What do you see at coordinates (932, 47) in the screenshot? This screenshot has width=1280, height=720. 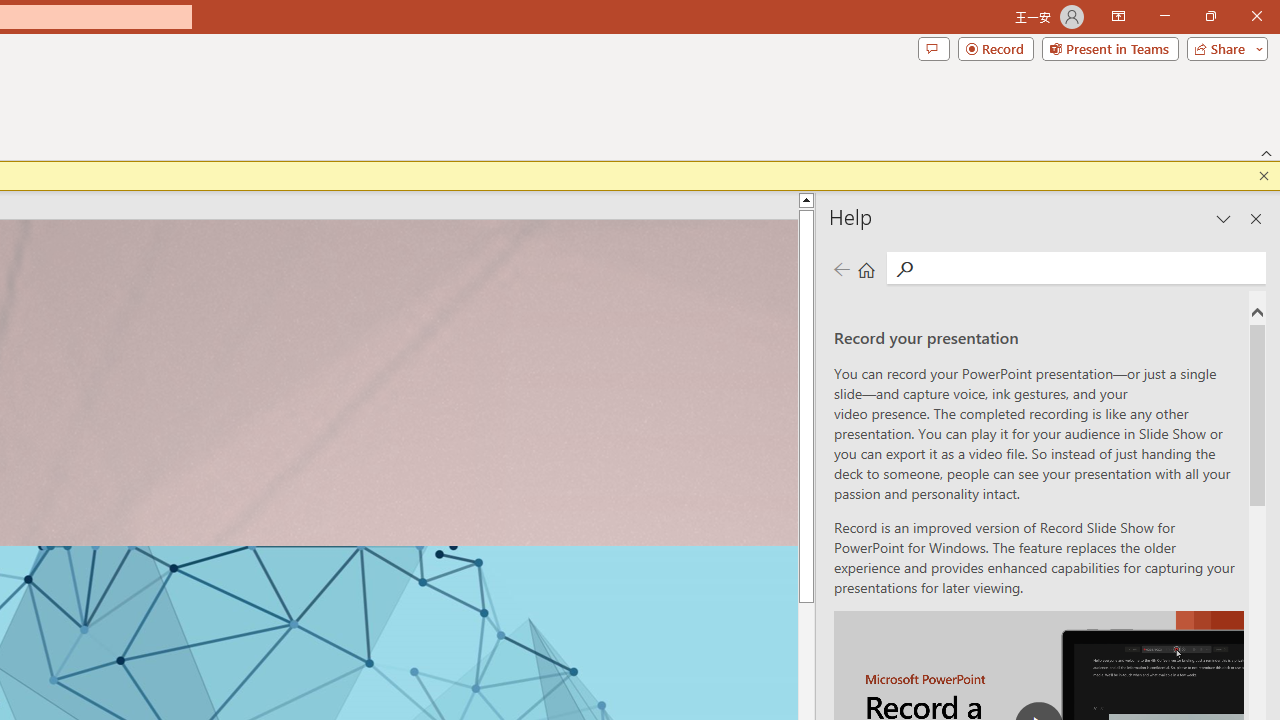 I see `'Comments'` at bounding box center [932, 47].